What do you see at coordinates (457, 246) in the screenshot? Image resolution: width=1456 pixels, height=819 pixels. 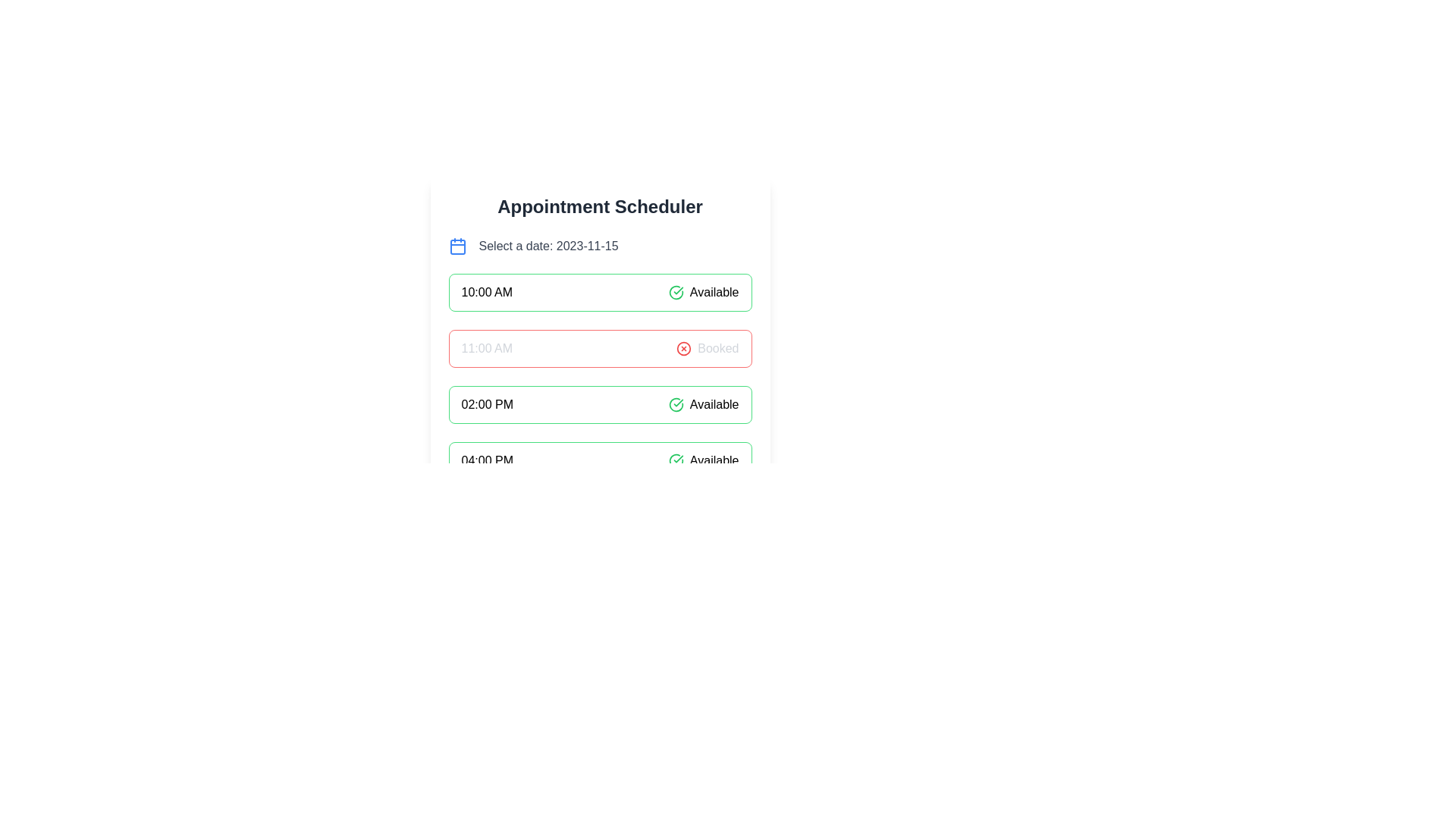 I see `the calendar icon, which is represented by a small rectangular shape with rounded corners` at bounding box center [457, 246].